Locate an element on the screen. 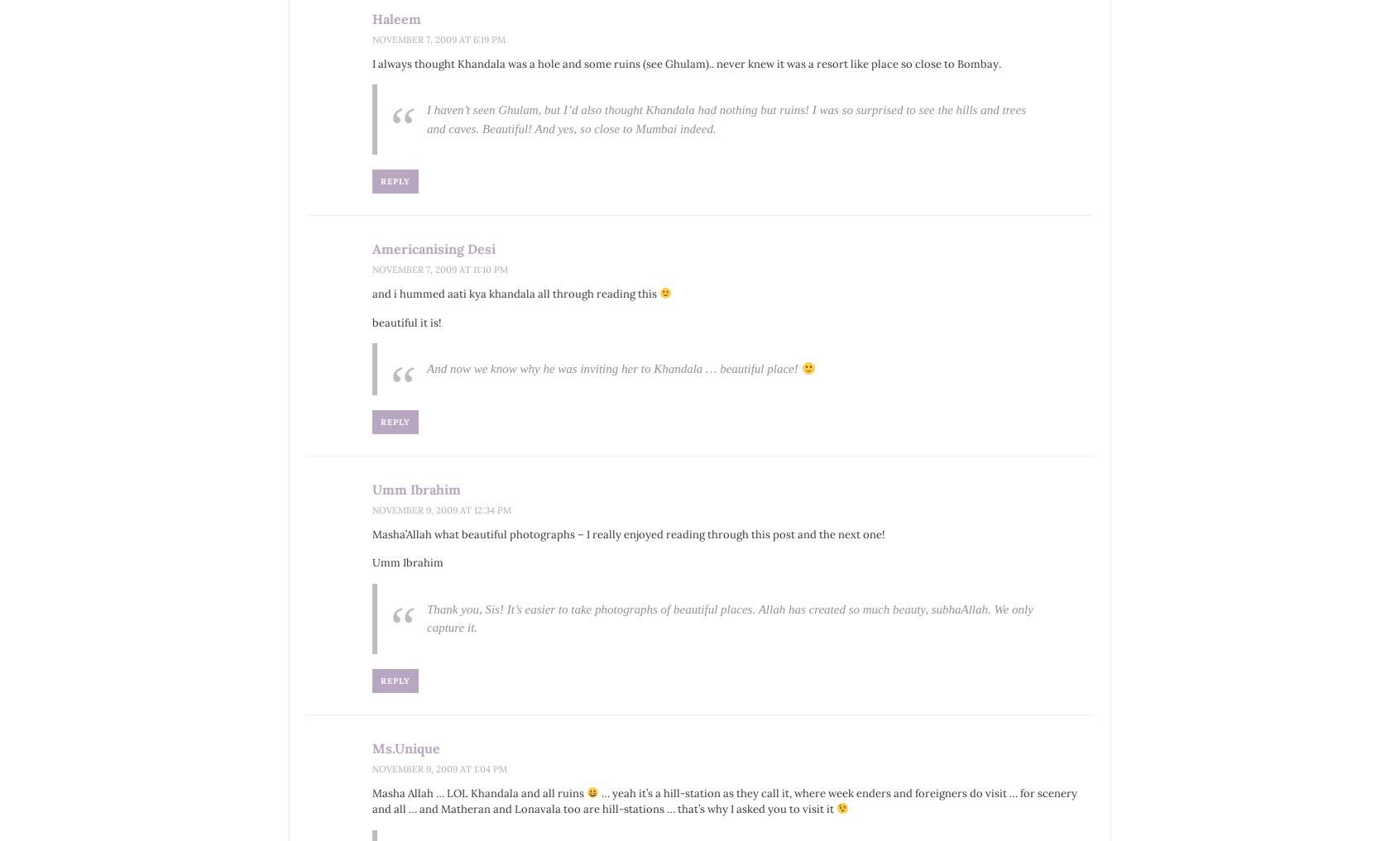 This screenshot has width=1400, height=841. 'November 9, 2009 at 12:34 pm' is located at coordinates (441, 508).